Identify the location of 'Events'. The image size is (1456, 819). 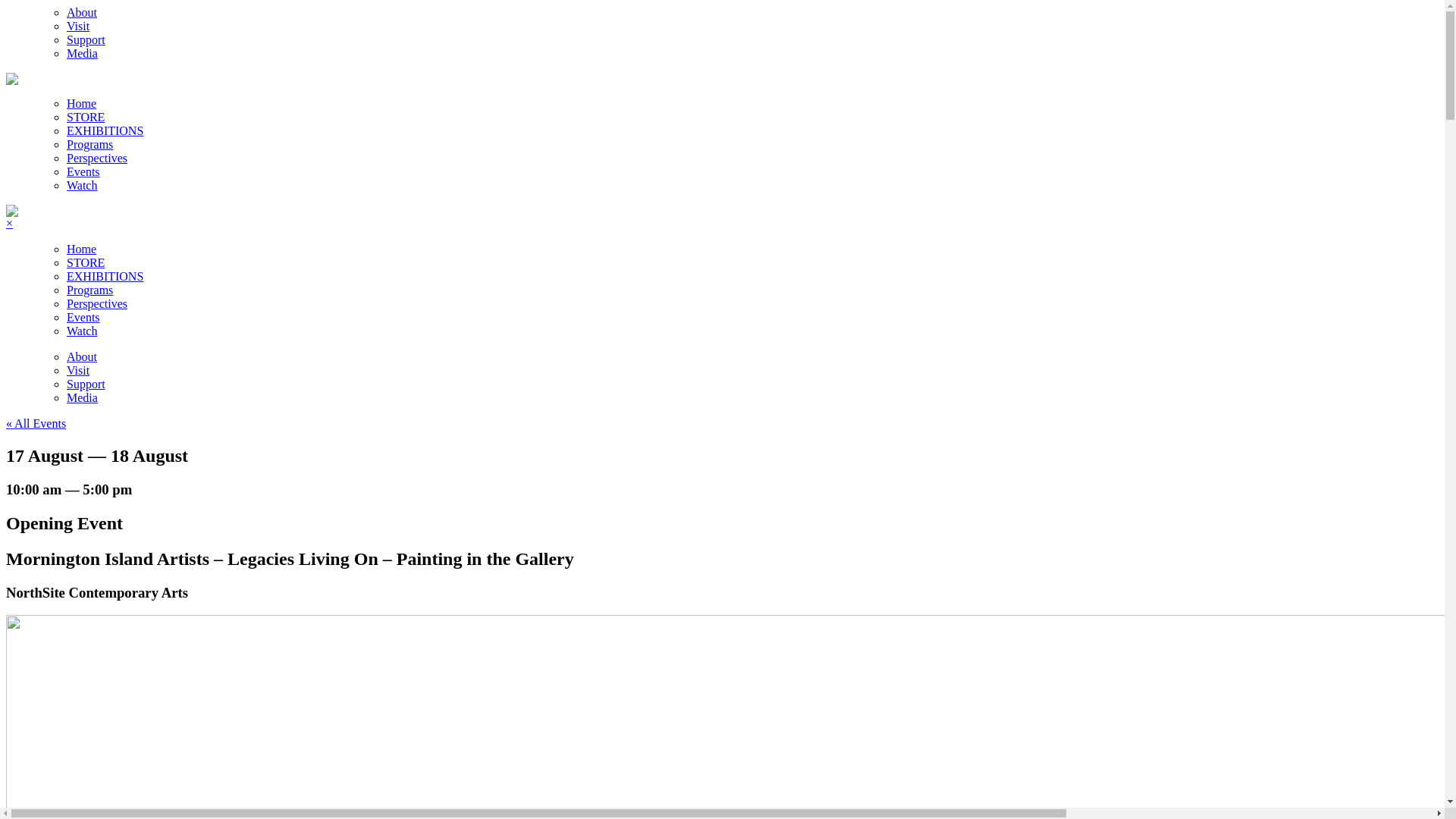
(83, 316).